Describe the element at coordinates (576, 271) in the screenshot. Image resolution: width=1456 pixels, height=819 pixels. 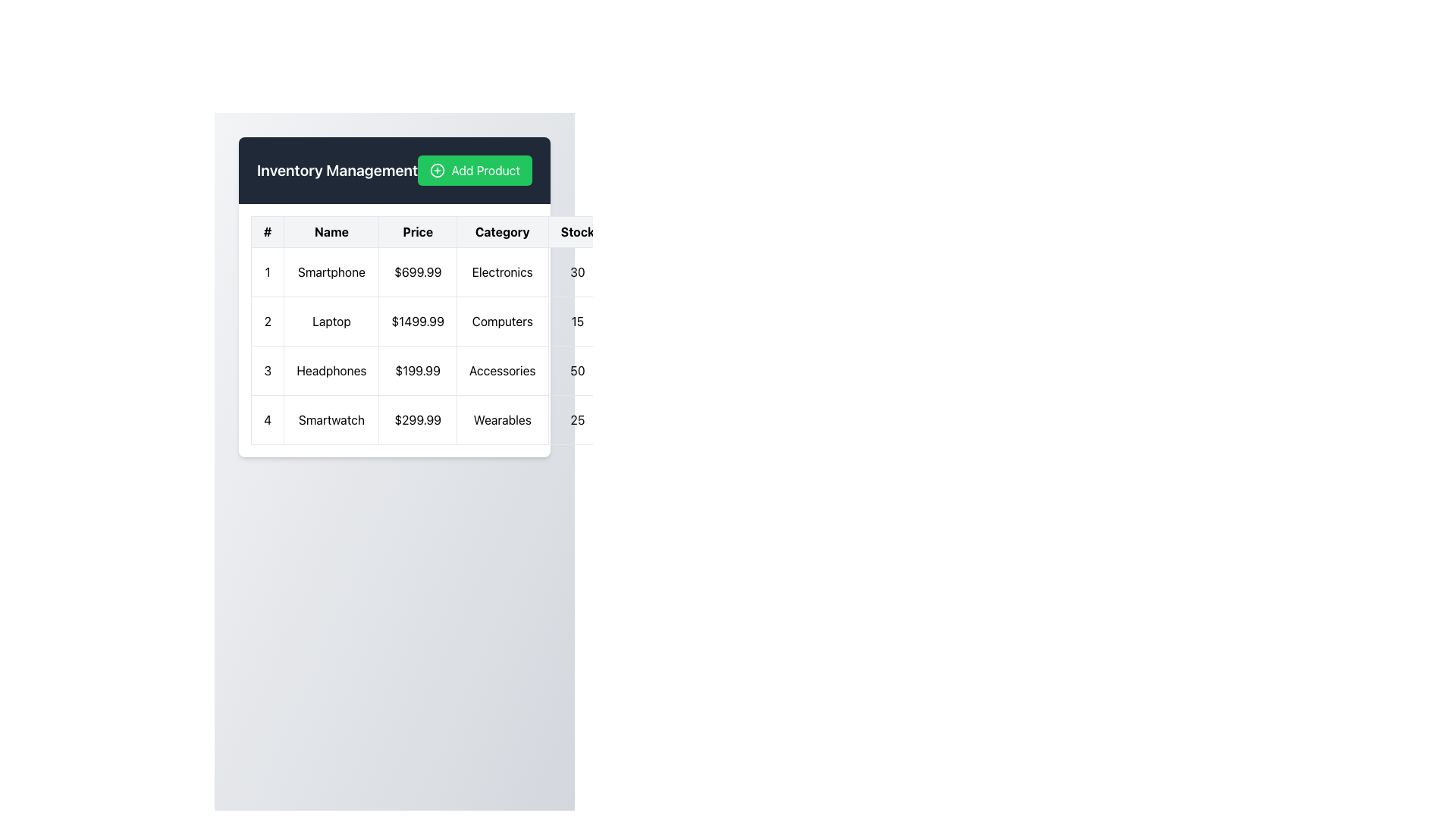
I see `the text field displaying the numeric value '30' in the fifth column of the first row of the table` at that location.